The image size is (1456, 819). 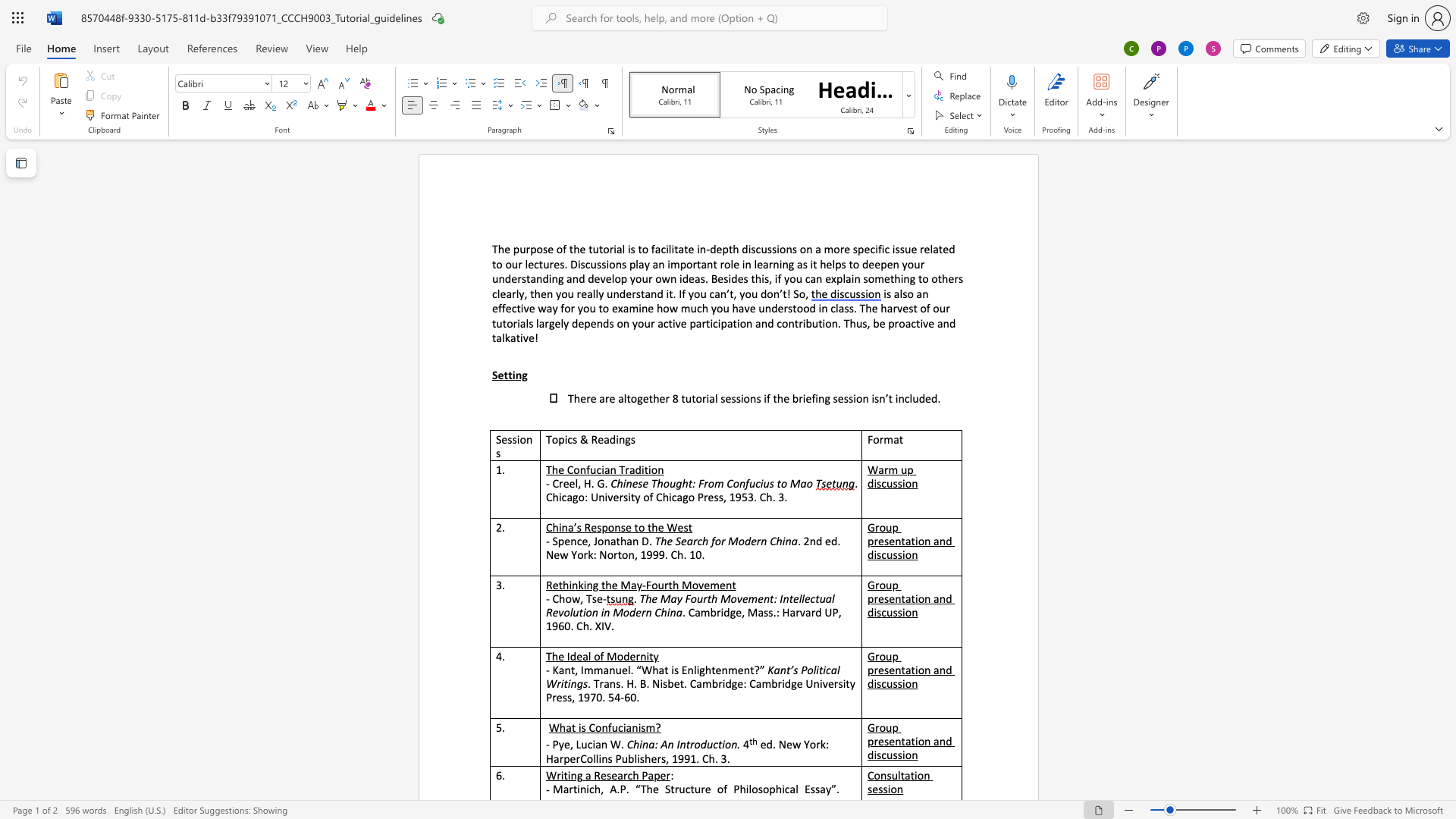 What do you see at coordinates (712, 322) in the screenshot?
I see `the space between the continuous character "i" and "c" in the text` at bounding box center [712, 322].